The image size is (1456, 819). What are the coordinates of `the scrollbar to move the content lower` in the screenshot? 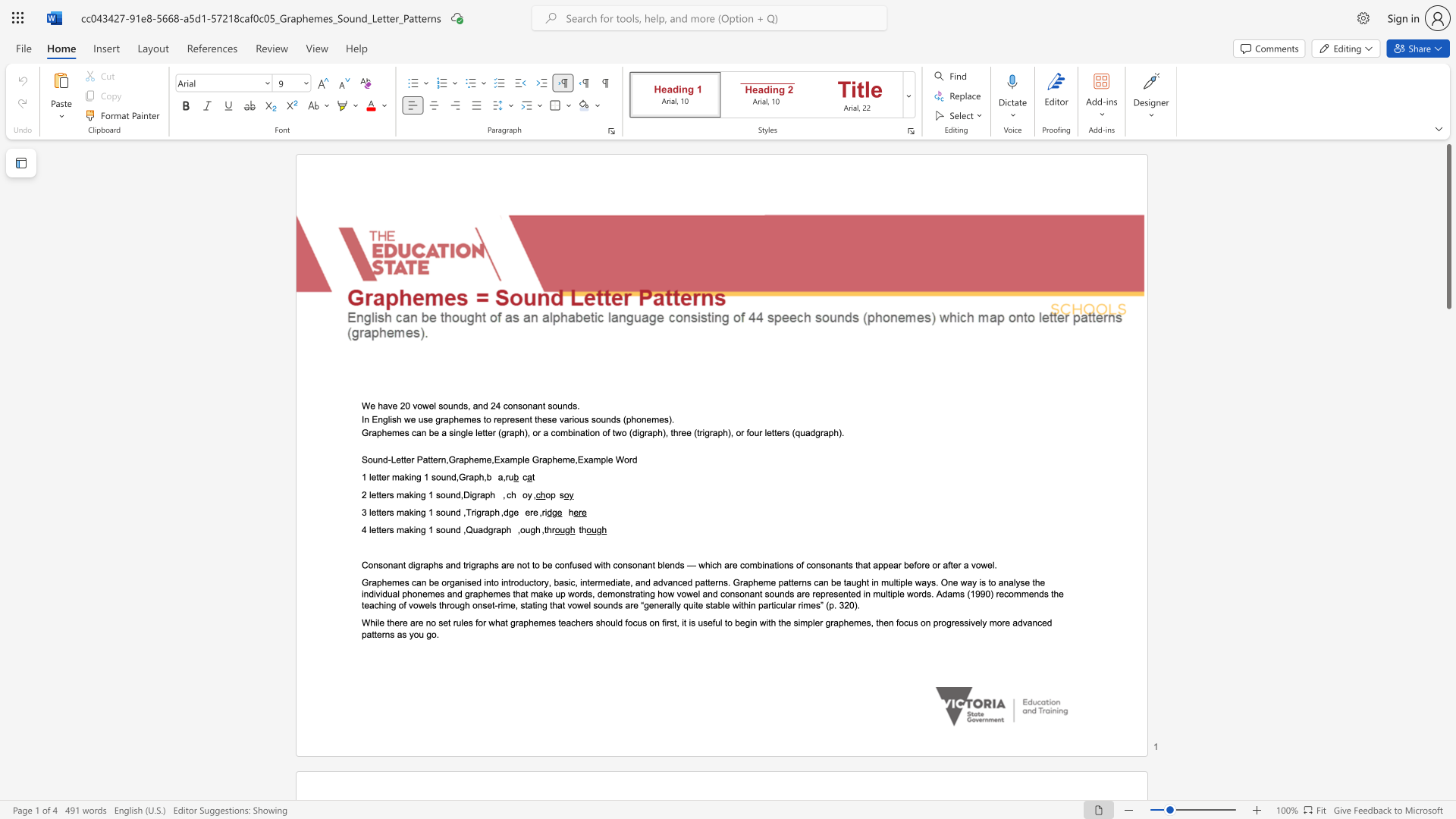 It's located at (1448, 493).